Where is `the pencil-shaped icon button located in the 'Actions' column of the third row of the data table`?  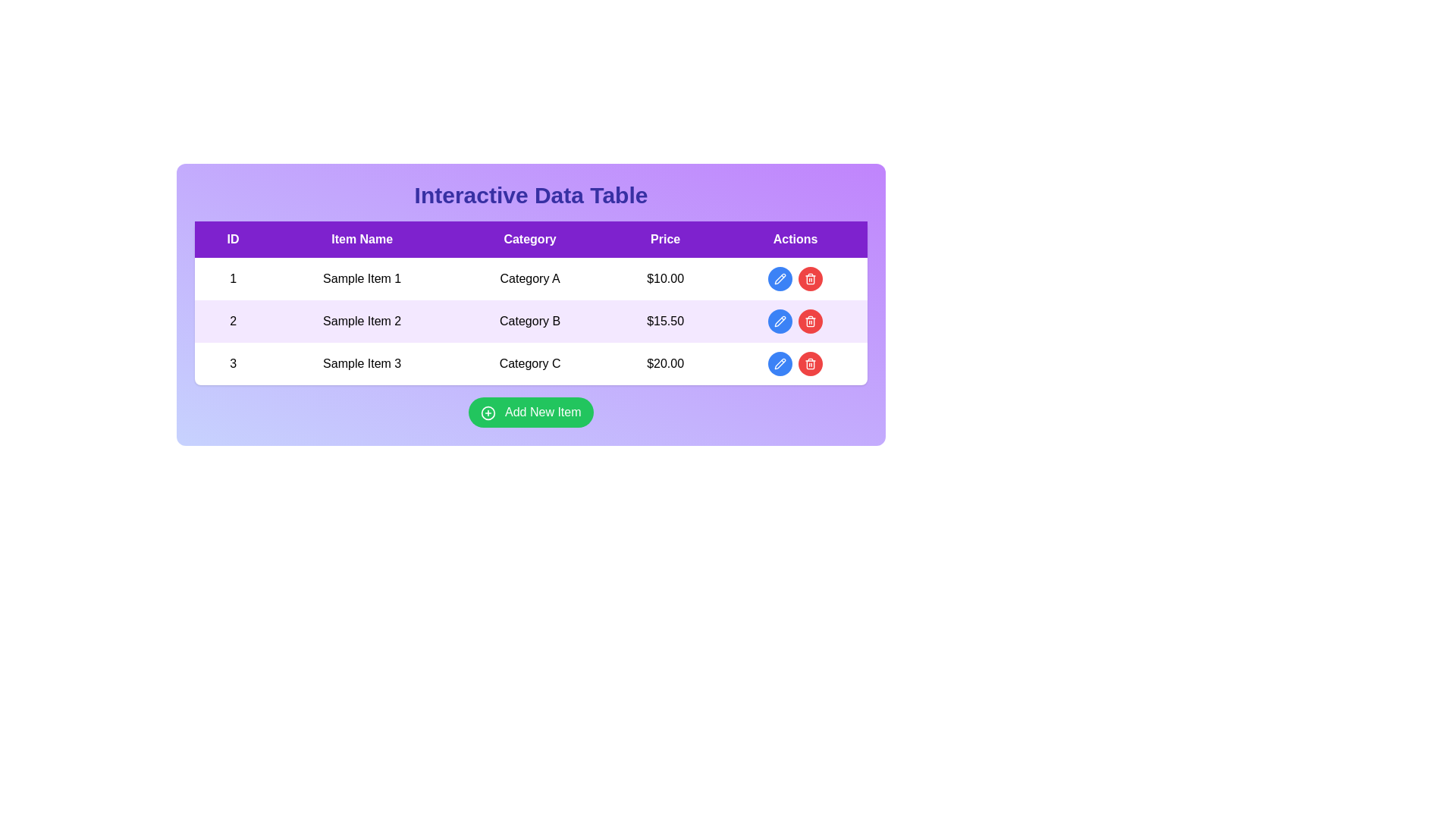 the pencil-shaped icon button located in the 'Actions' column of the third row of the data table is located at coordinates (780, 321).